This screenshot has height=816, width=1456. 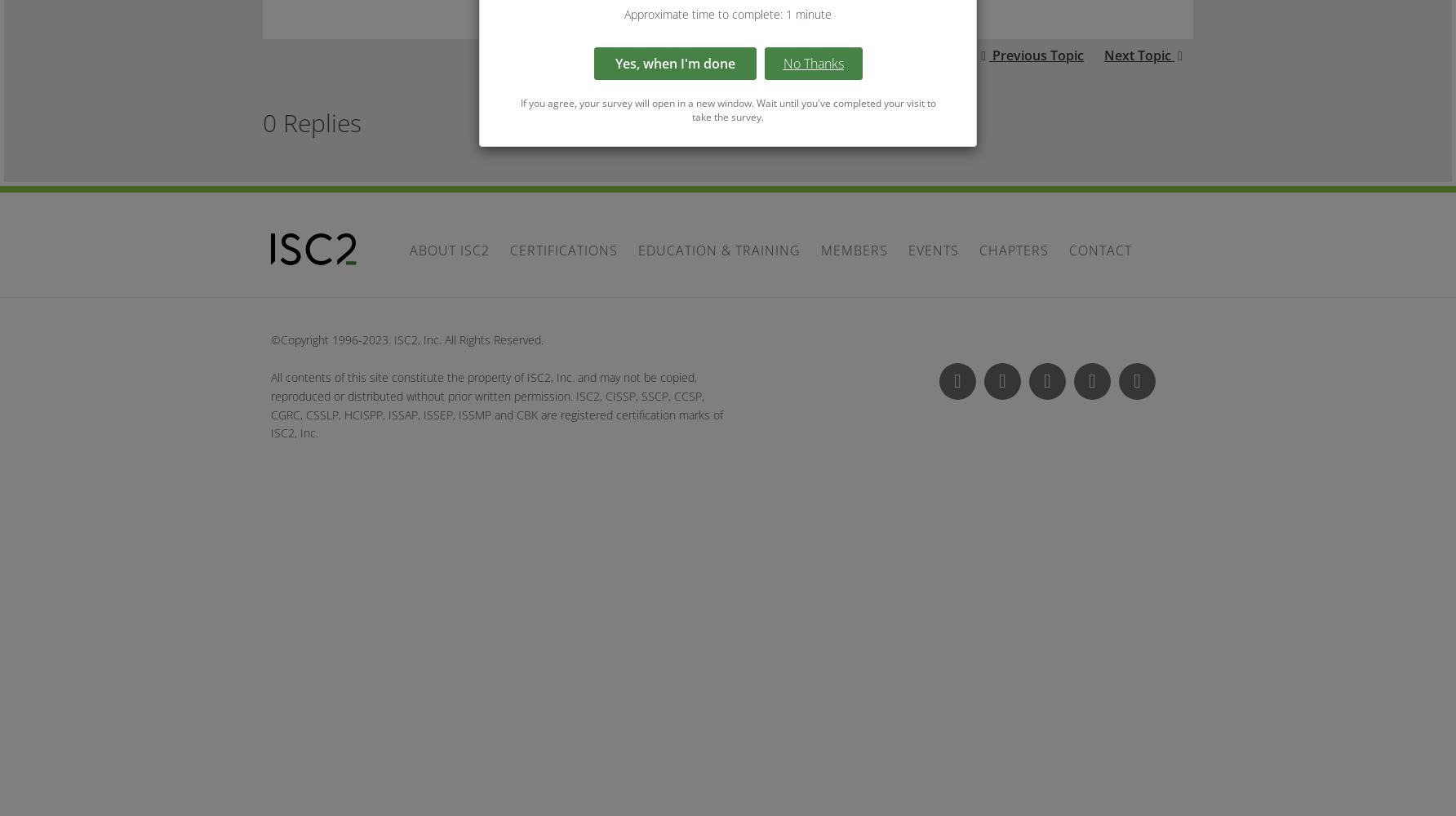 I want to click on 'No Thanks', so click(x=783, y=62).